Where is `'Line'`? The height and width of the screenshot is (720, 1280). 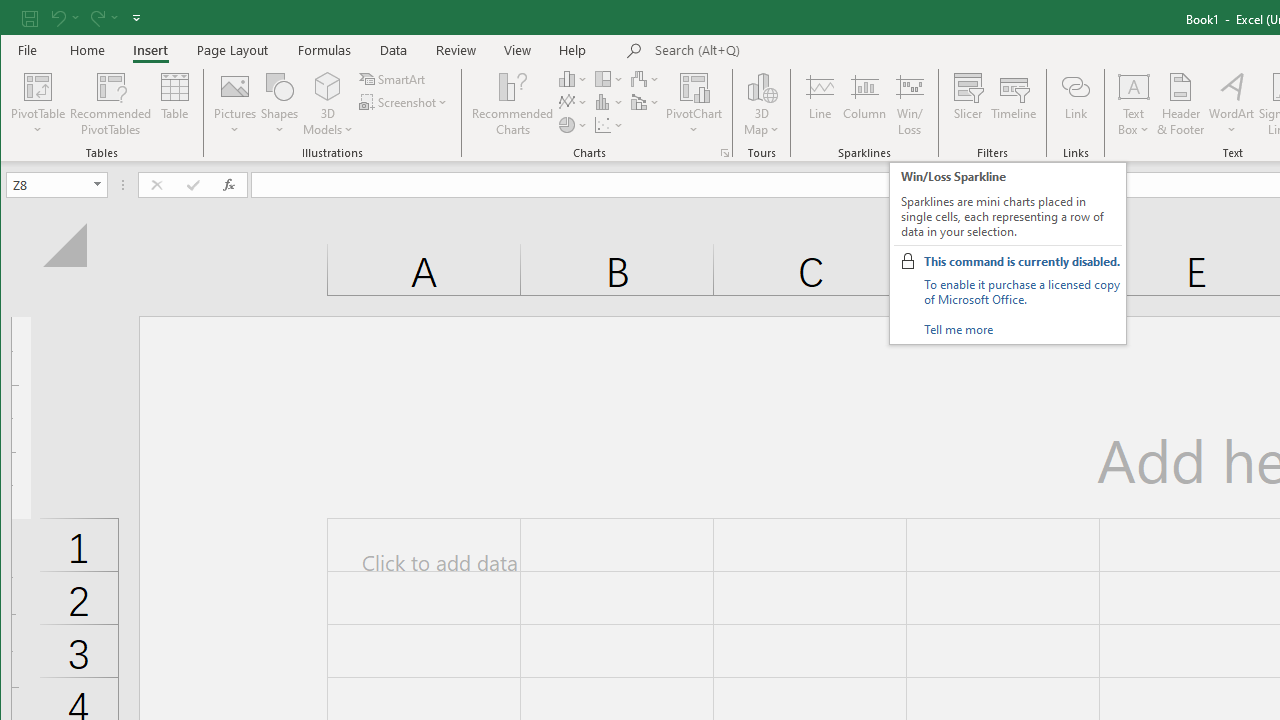 'Line' is located at coordinates (819, 104).